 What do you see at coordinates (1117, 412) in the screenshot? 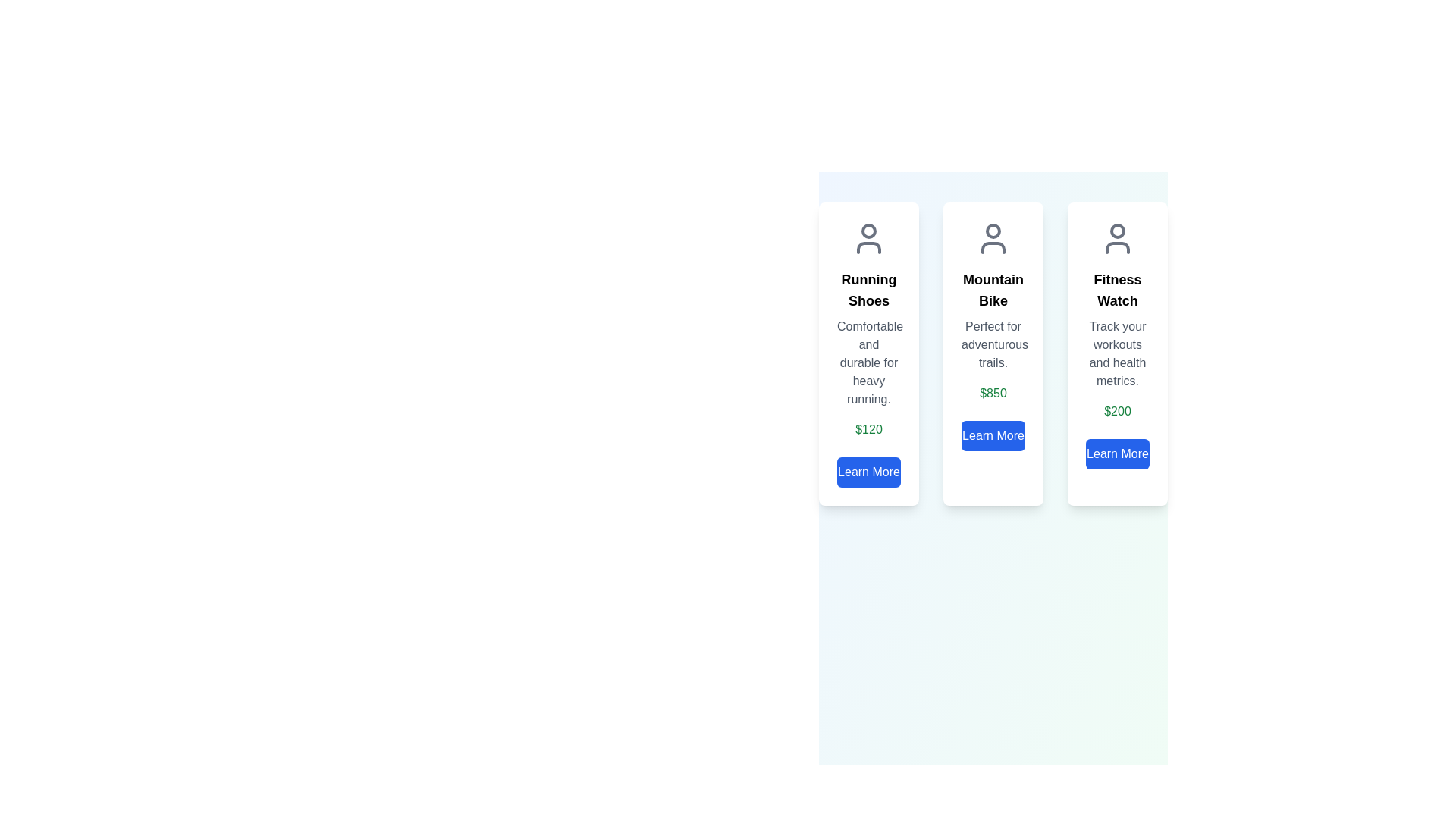
I see `the text label displaying the price '$200' in green text, located in the third card on the right, above the 'Learn More' button` at bounding box center [1117, 412].